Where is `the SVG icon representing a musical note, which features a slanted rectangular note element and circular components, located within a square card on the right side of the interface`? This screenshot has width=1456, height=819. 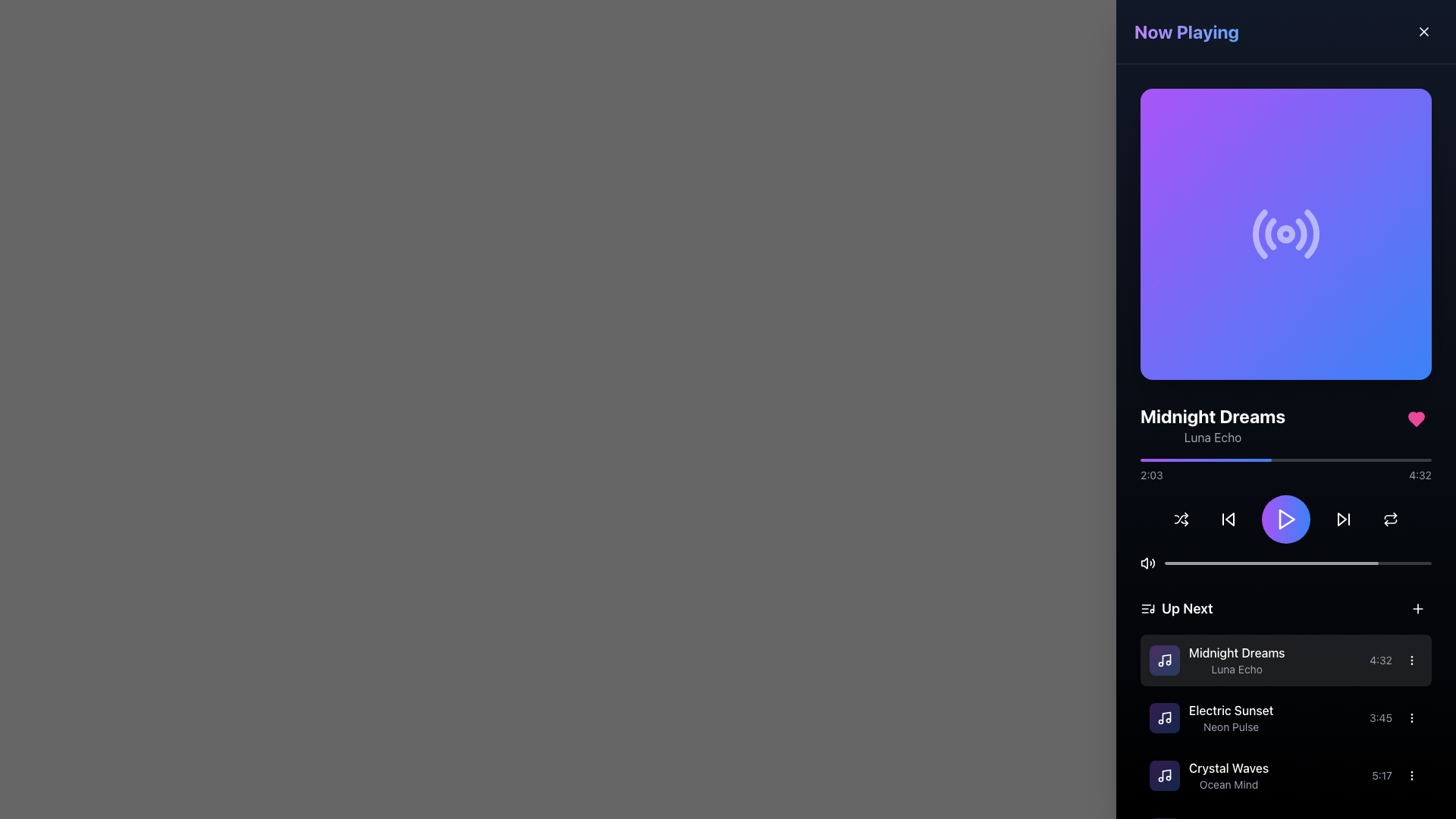 the SVG icon representing a musical note, which features a slanted rectangular note element and circular components, located within a square card on the right side of the interface is located at coordinates (1164, 660).